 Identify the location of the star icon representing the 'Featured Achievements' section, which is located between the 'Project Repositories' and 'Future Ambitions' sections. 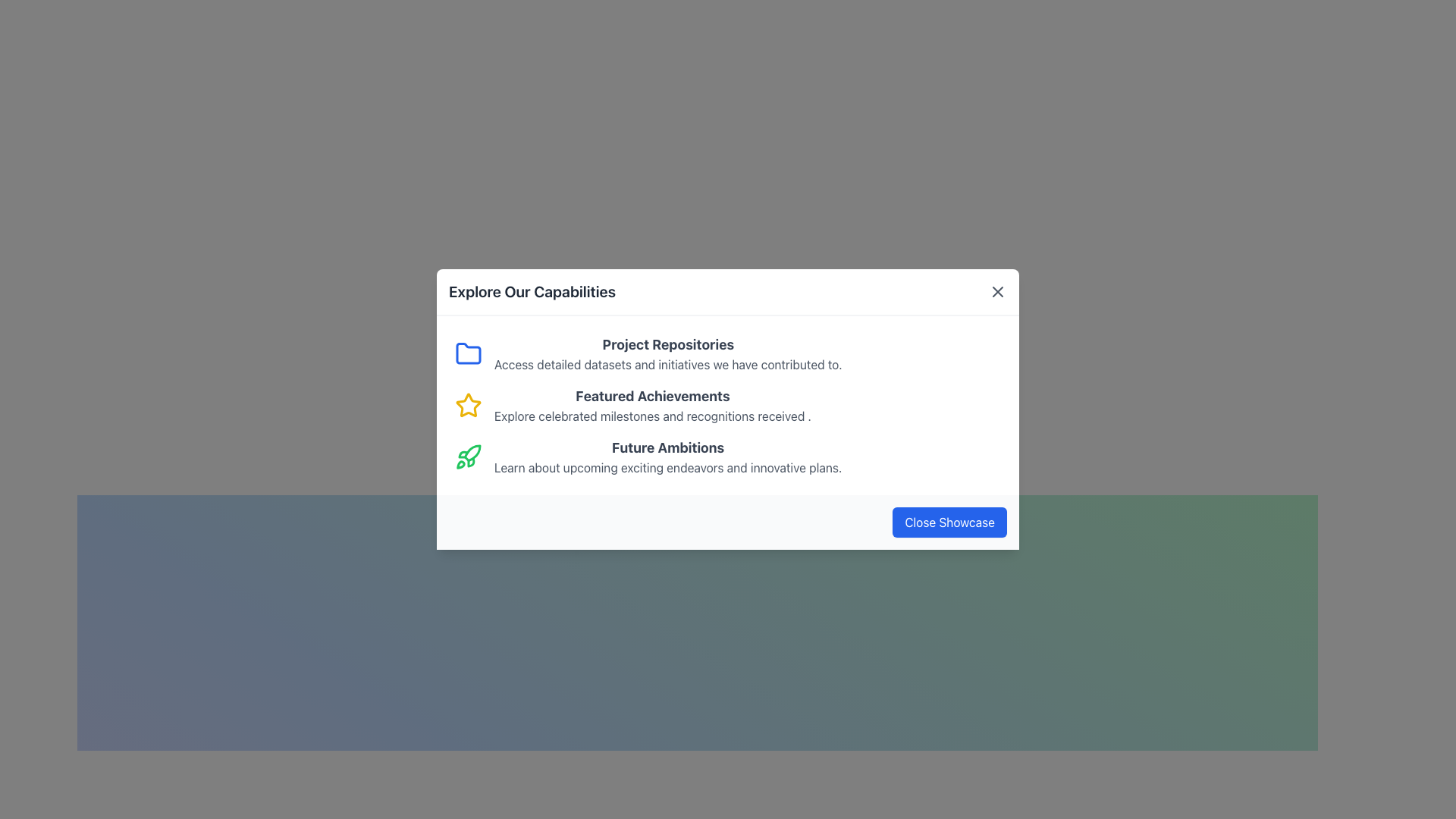
(468, 405).